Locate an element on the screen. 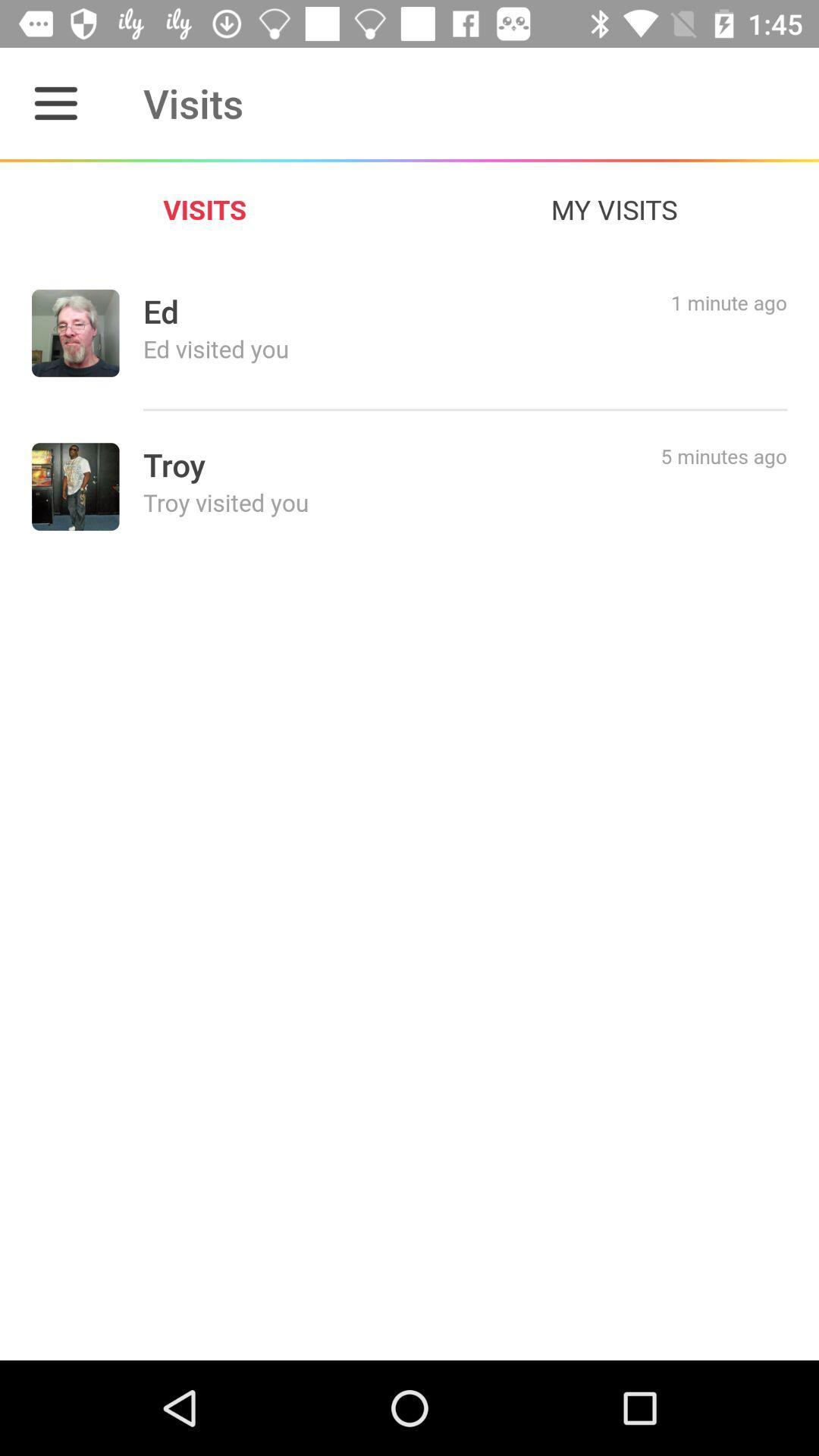 This screenshot has width=819, height=1456. the my visits is located at coordinates (614, 209).